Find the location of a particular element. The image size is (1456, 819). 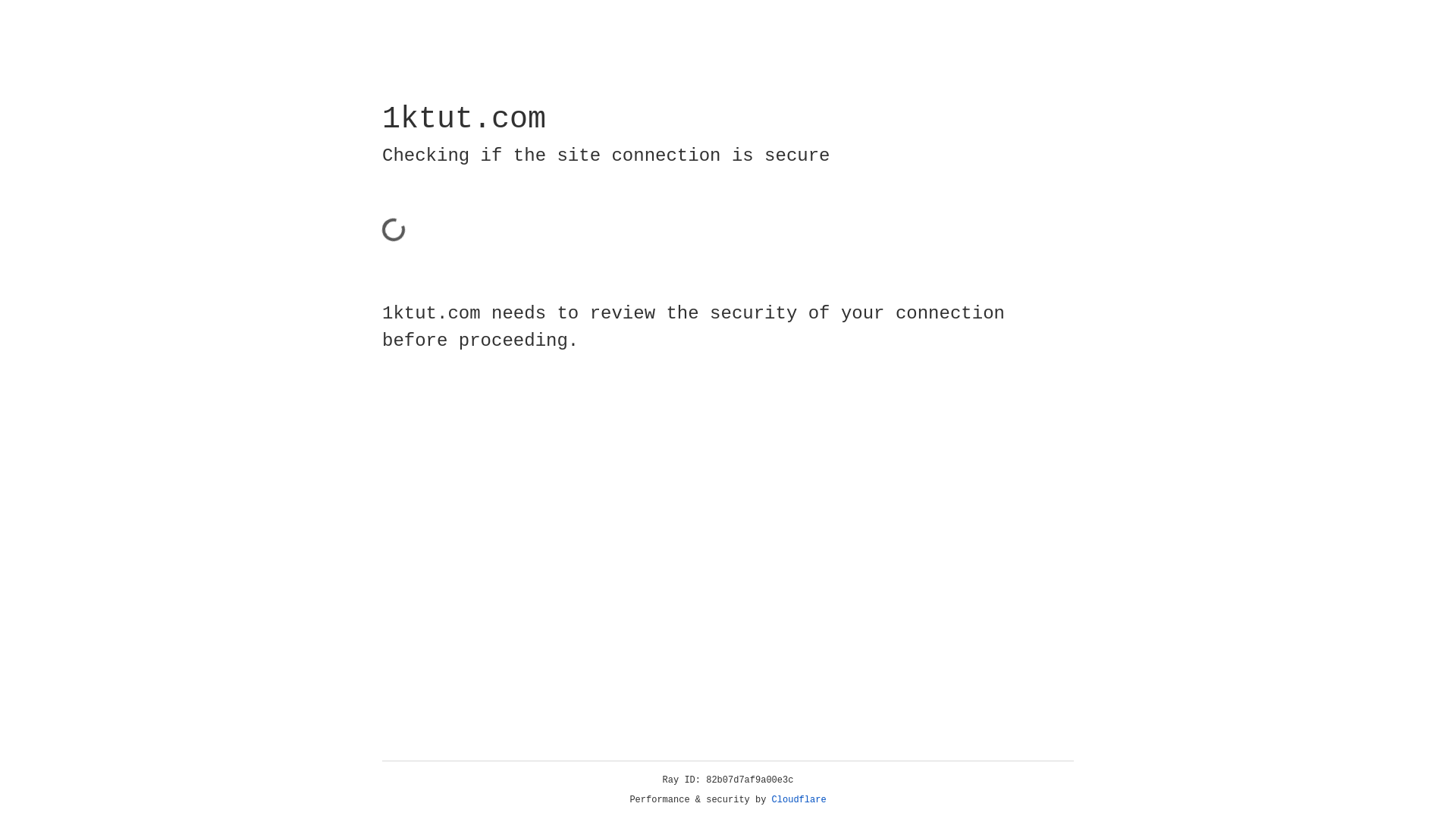

'Cloudflare' is located at coordinates (799, 799).